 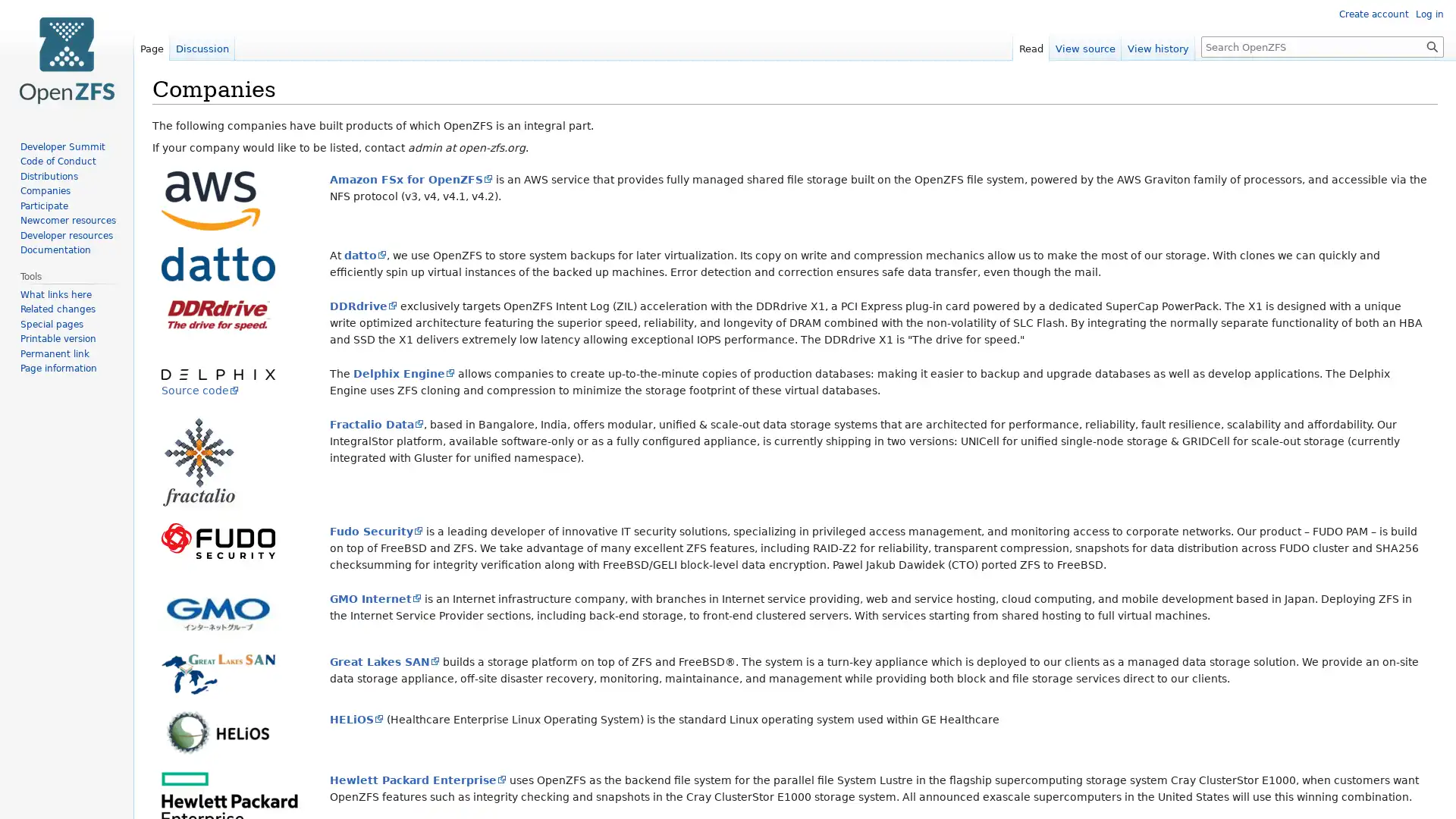 I want to click on Go, so click(x=1432, y=45).